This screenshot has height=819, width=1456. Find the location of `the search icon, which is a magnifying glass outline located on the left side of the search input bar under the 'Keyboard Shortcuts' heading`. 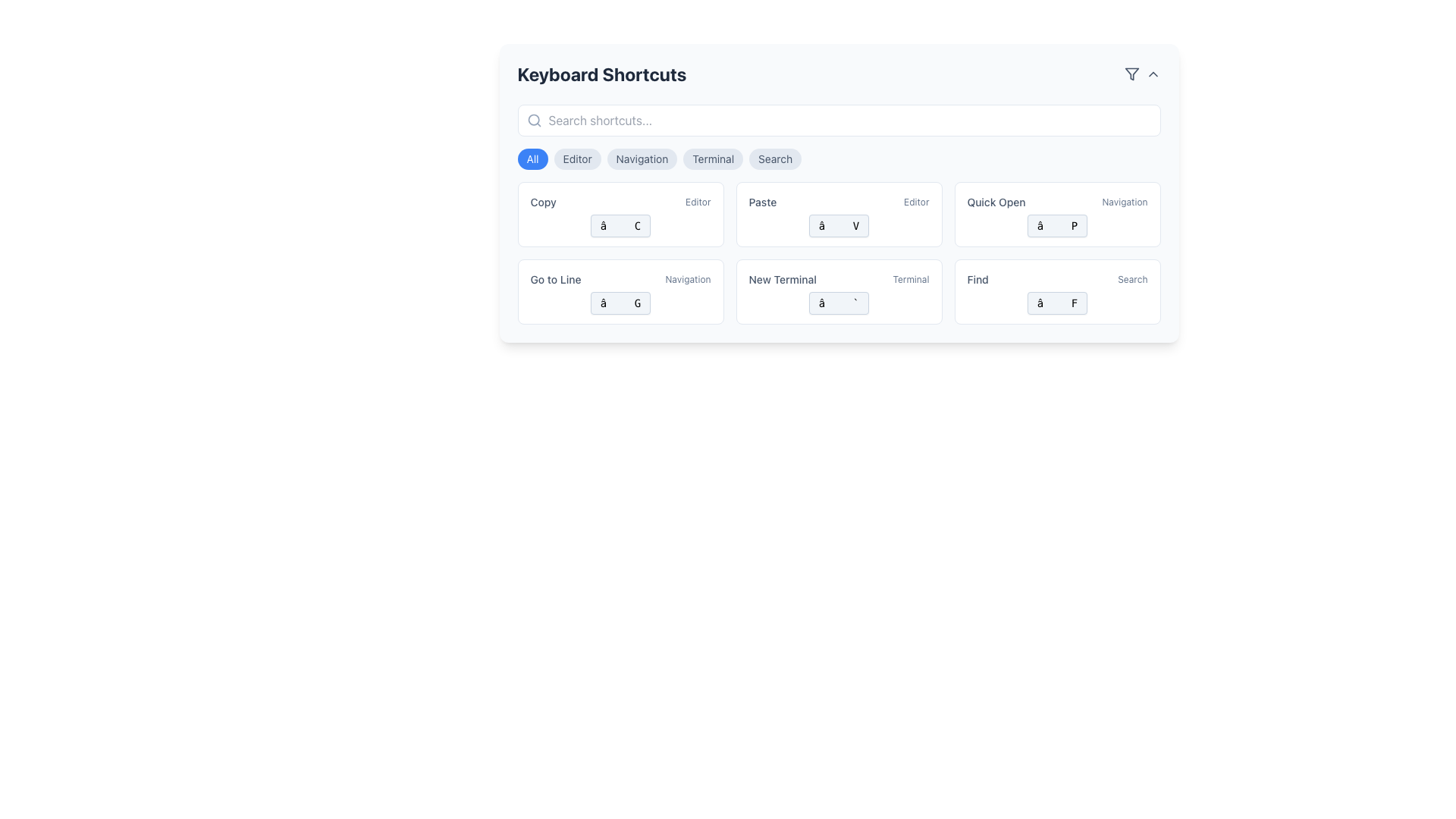

the search icon, which is a magnifying glass outline located on the left side of the search input bar under the 'Keyboard Shortcuts' heading is located at coordinates (534, 119).